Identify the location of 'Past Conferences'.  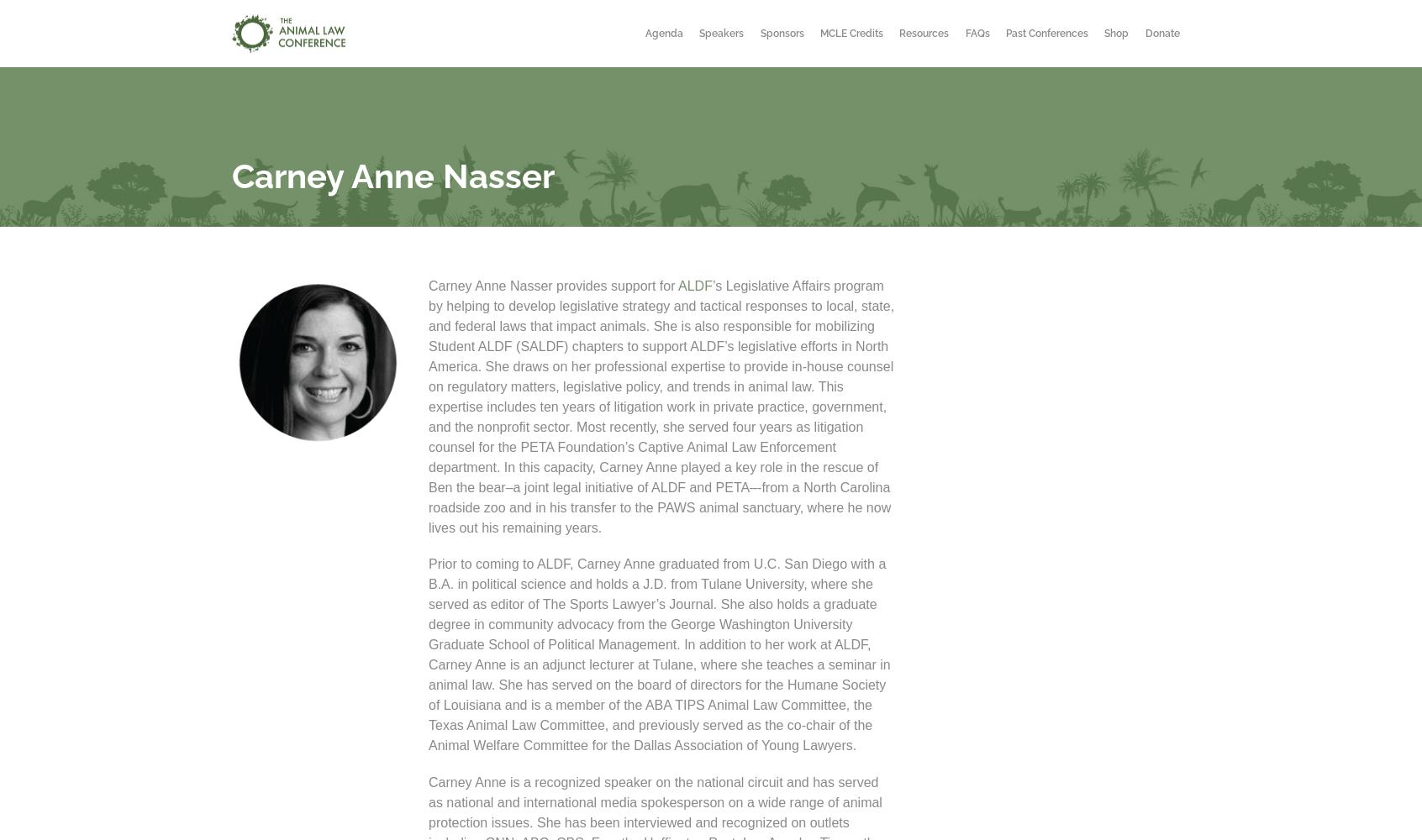
(1004, 34).